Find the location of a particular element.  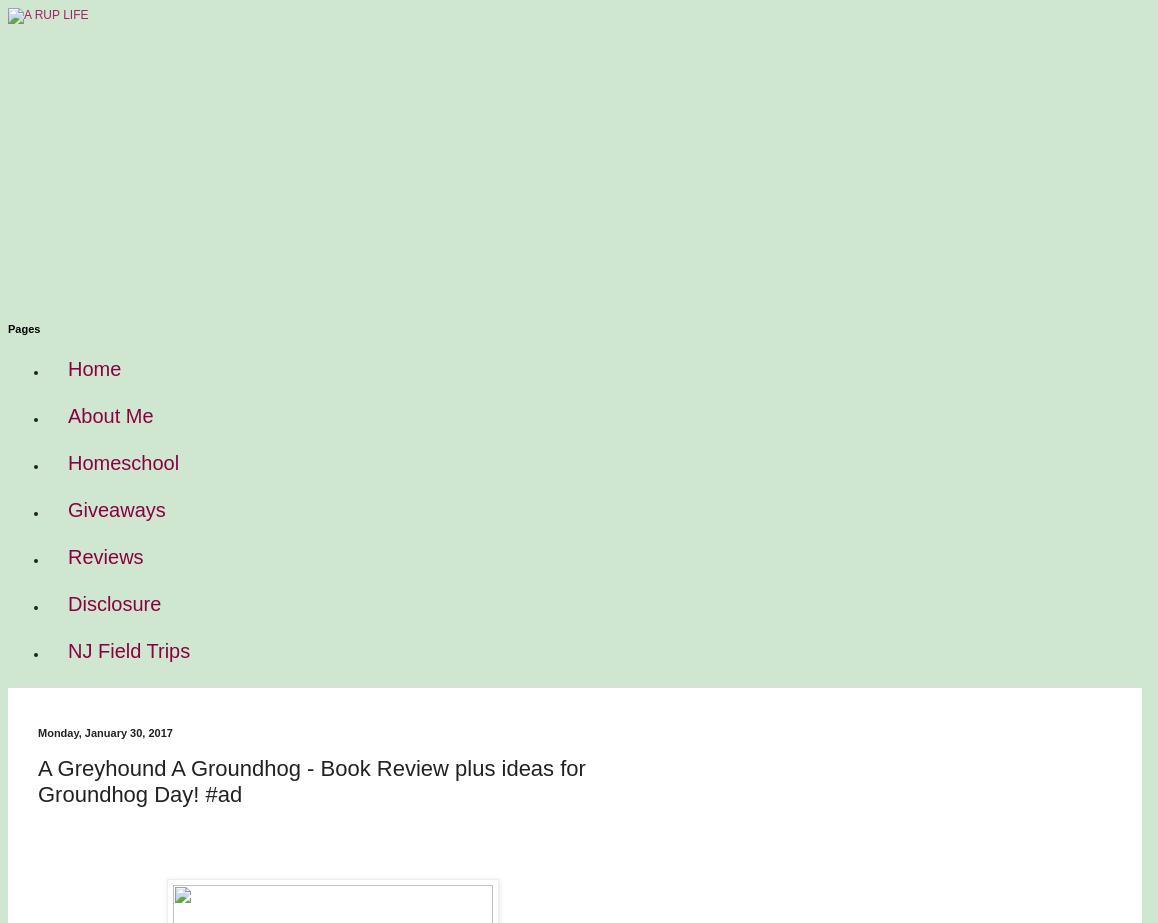

'About Me' is located at coordinates (67, 415).